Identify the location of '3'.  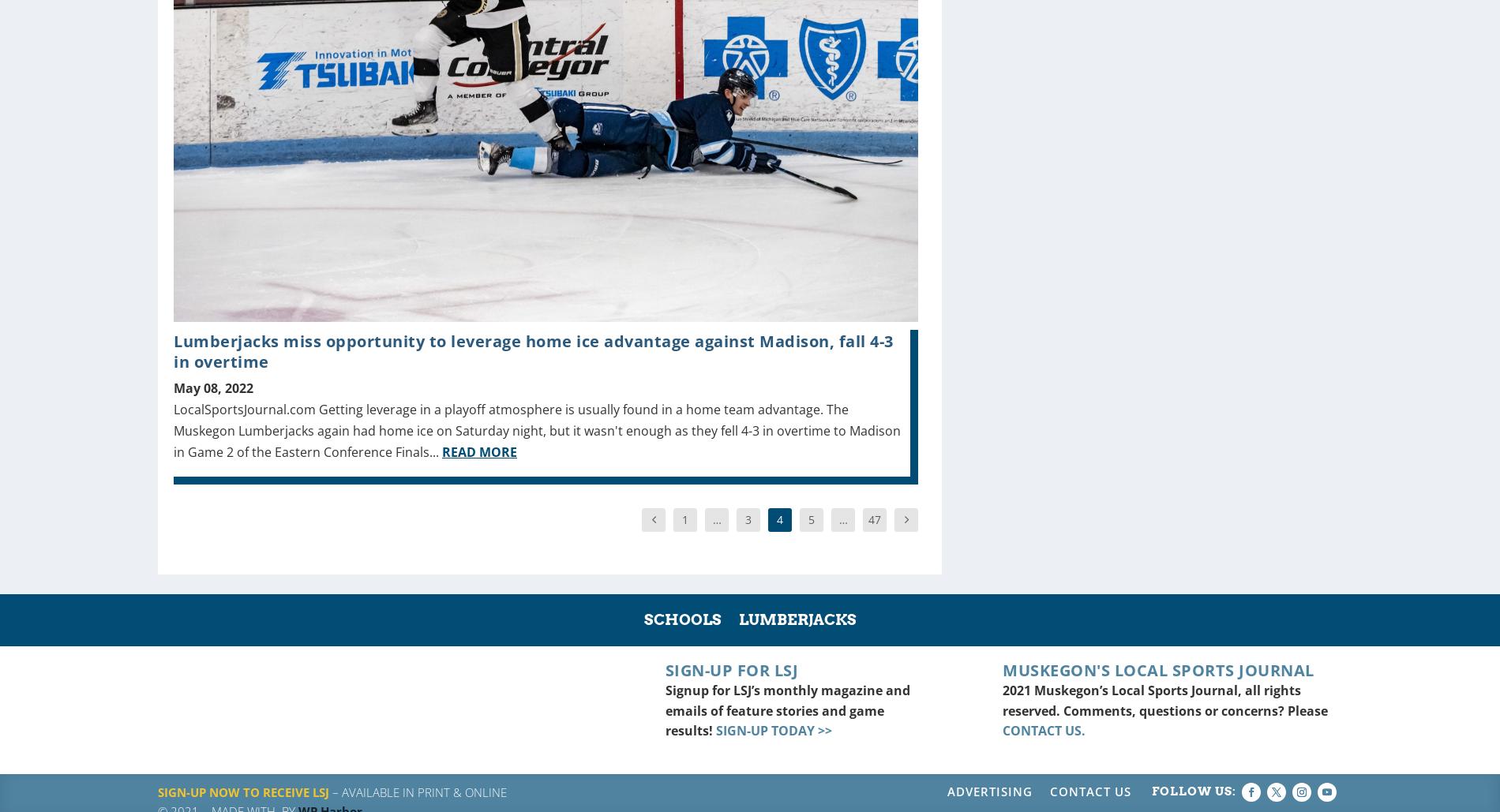
(747, 519).